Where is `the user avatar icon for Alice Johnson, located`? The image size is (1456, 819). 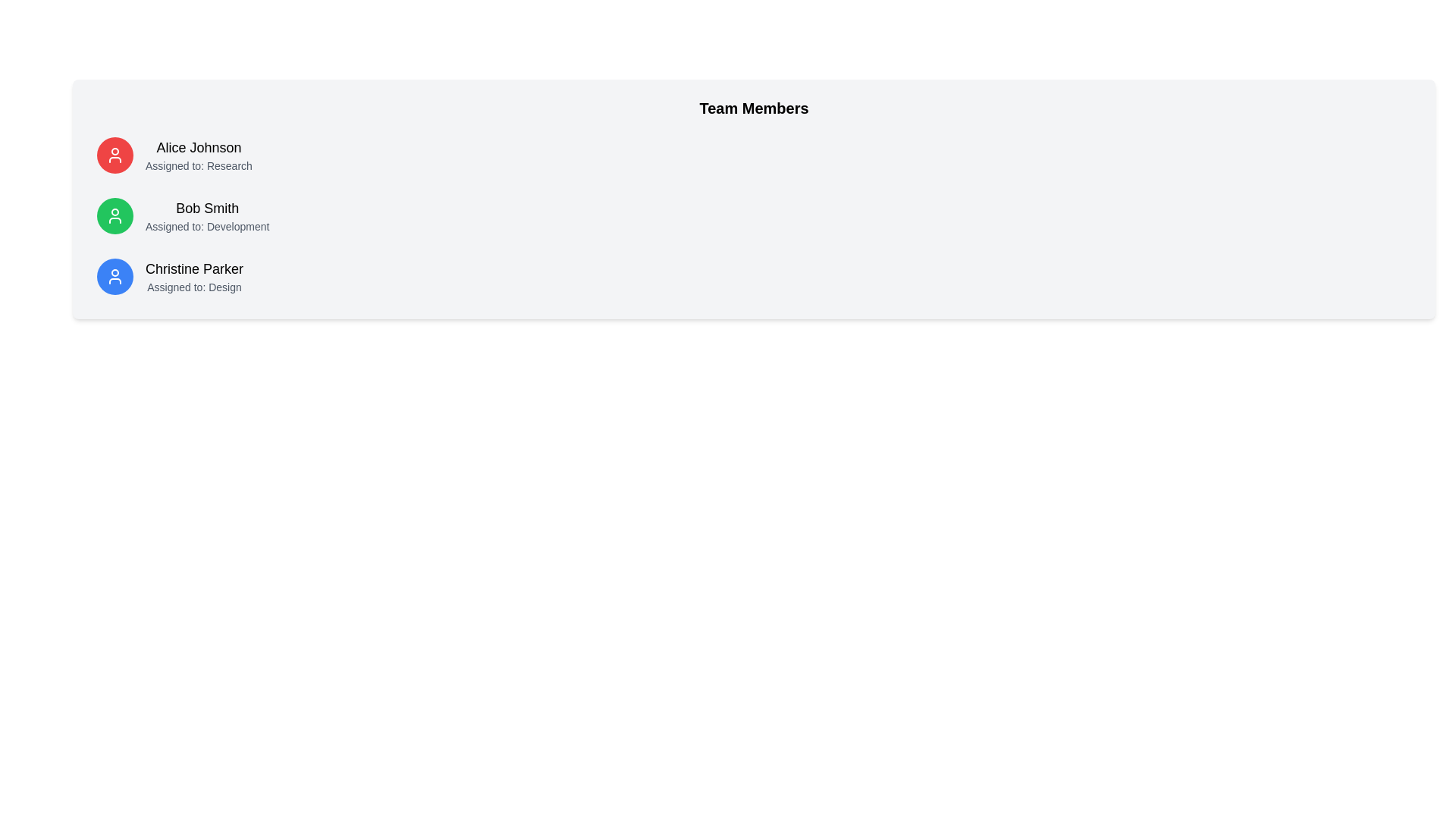
the user avatar icon for Alice Johnson, located is located at coordinates (115, 155).